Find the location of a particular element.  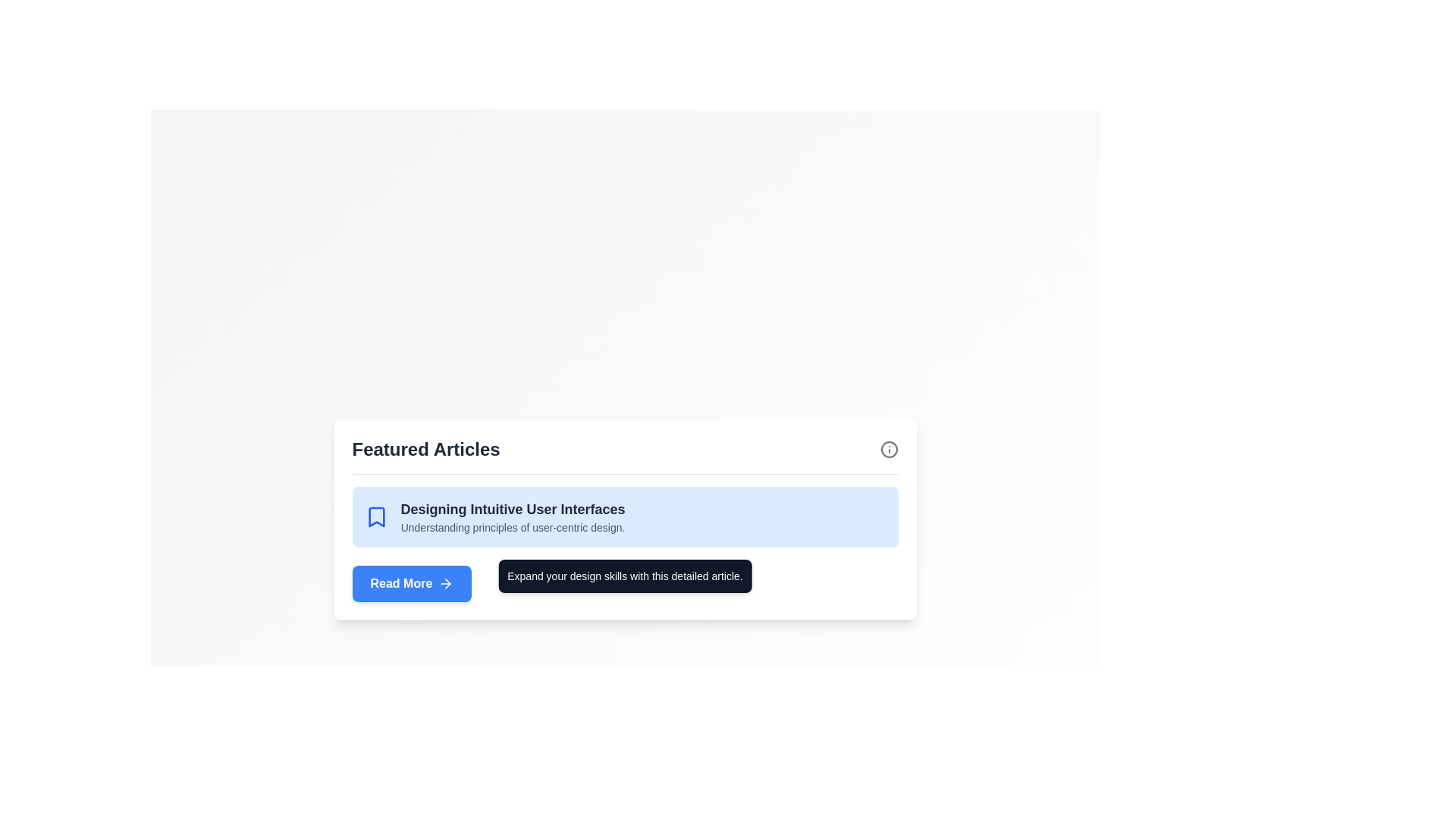

article summary displayed in the informational block titled 'Designing Intuitive User Interfaces' within the 'Featured Articles' section is located at coordinates (625, 543).